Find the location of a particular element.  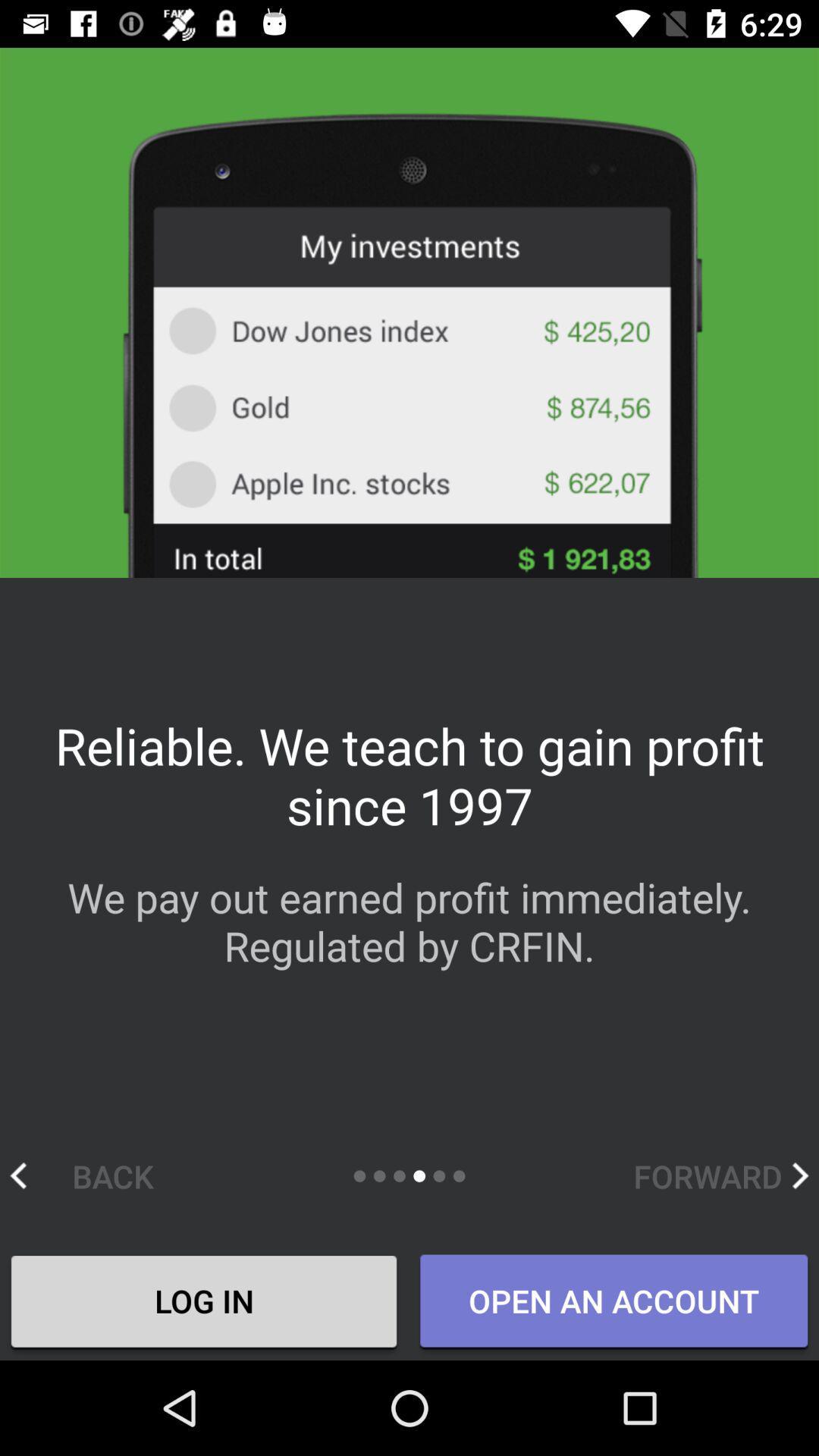

the item above the open an account icon is located at coordinates (720, 1175).